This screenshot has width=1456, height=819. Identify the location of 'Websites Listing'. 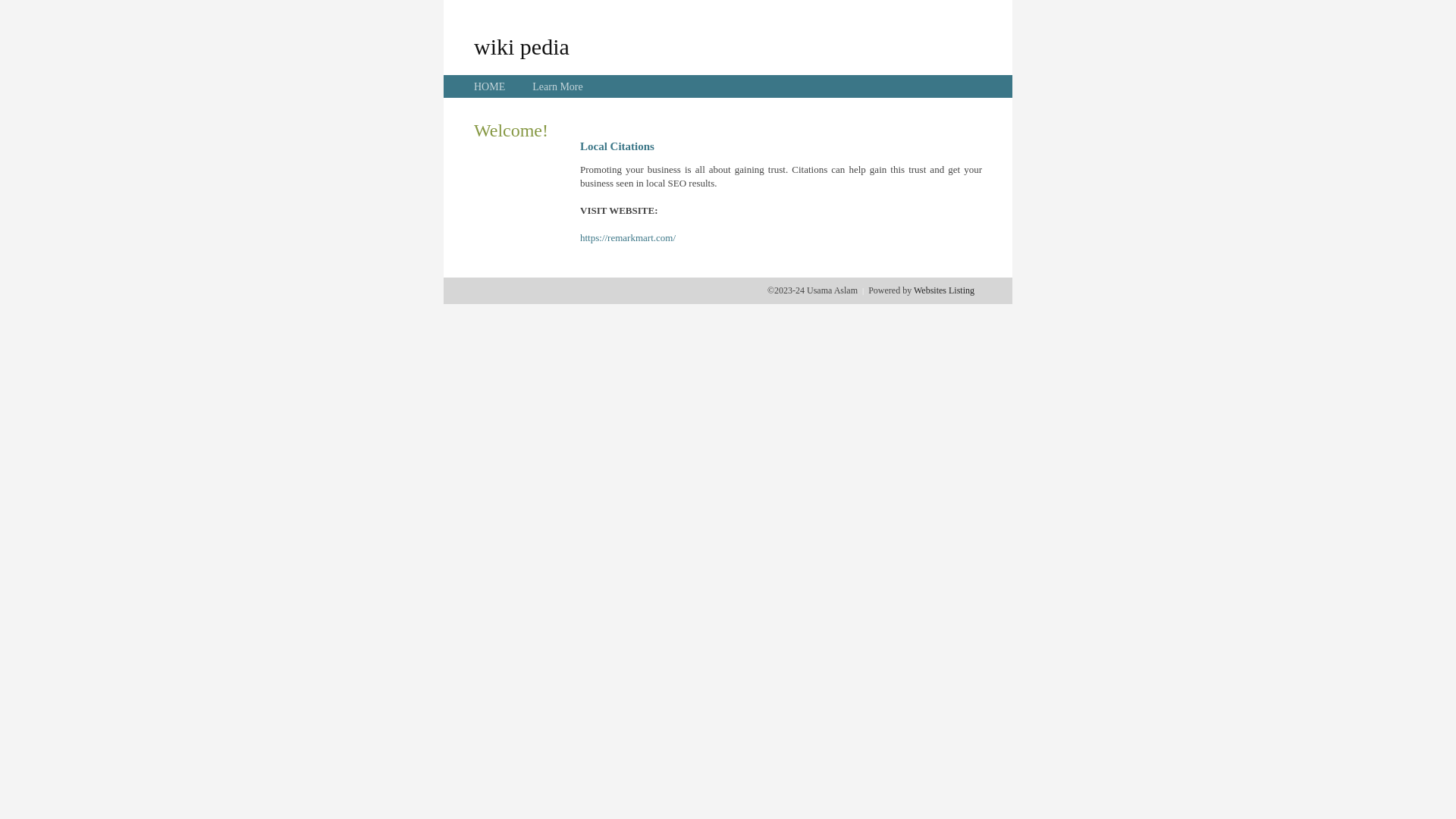
(943, 290).